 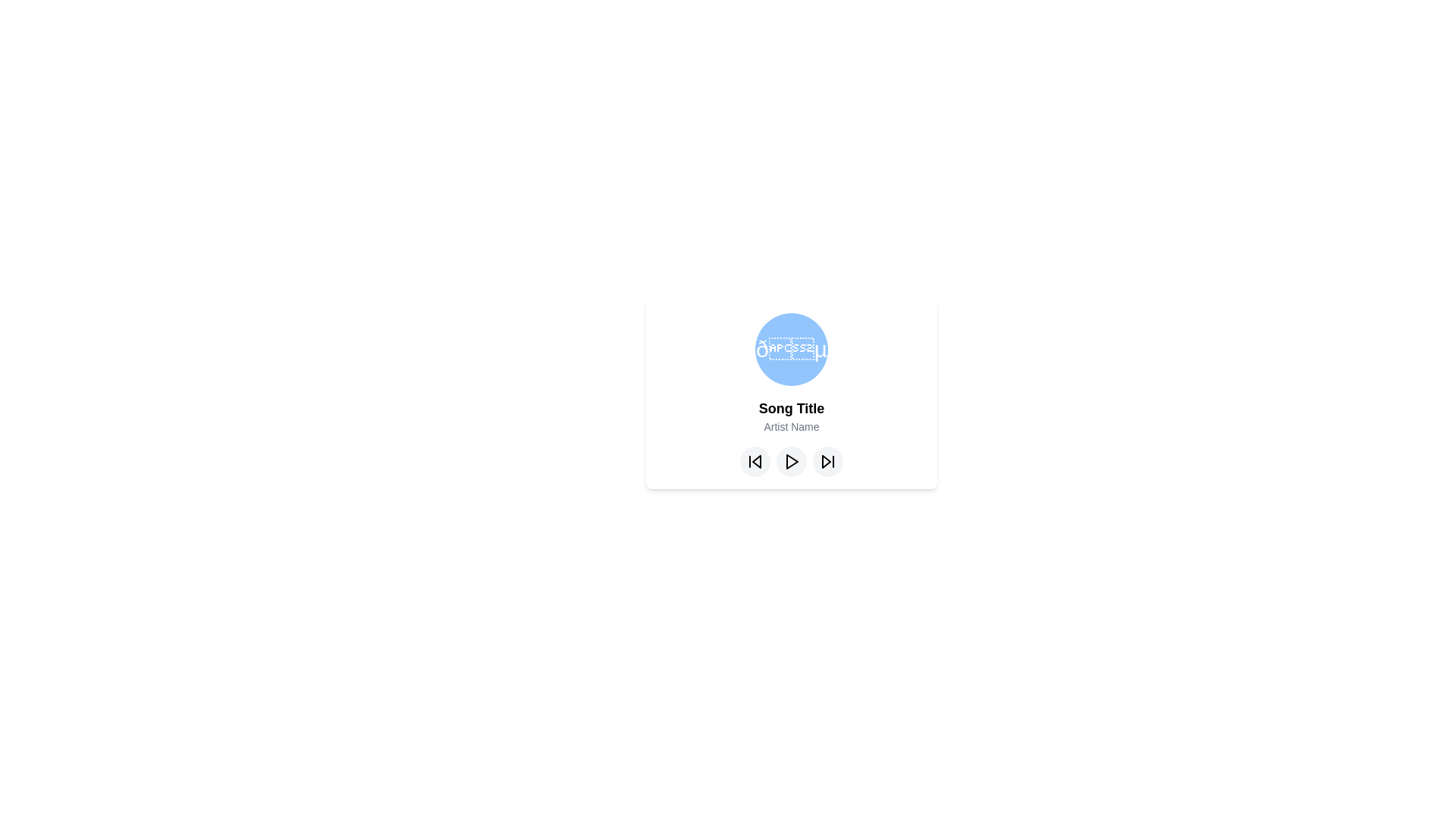 What do you see at coordinates (827, 461) in the screenshot?
I see `the 'Next' button containing the play-forward icon, which is a circular button with a gray background and a stroked outline` at bounding box center [827, 461].